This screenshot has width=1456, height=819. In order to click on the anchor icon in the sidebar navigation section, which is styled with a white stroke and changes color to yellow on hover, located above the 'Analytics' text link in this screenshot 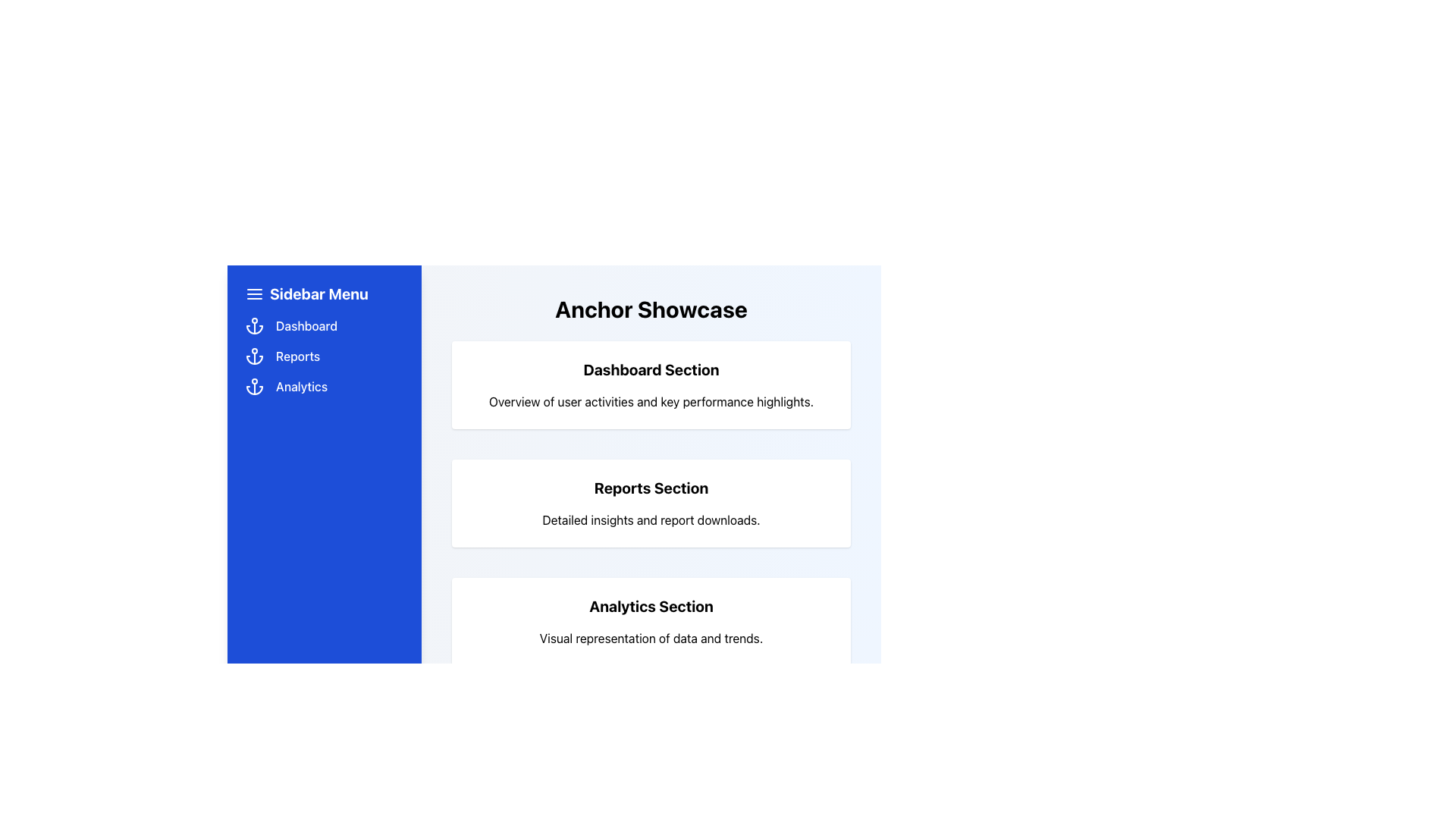, I will do `click(255, 385)`.